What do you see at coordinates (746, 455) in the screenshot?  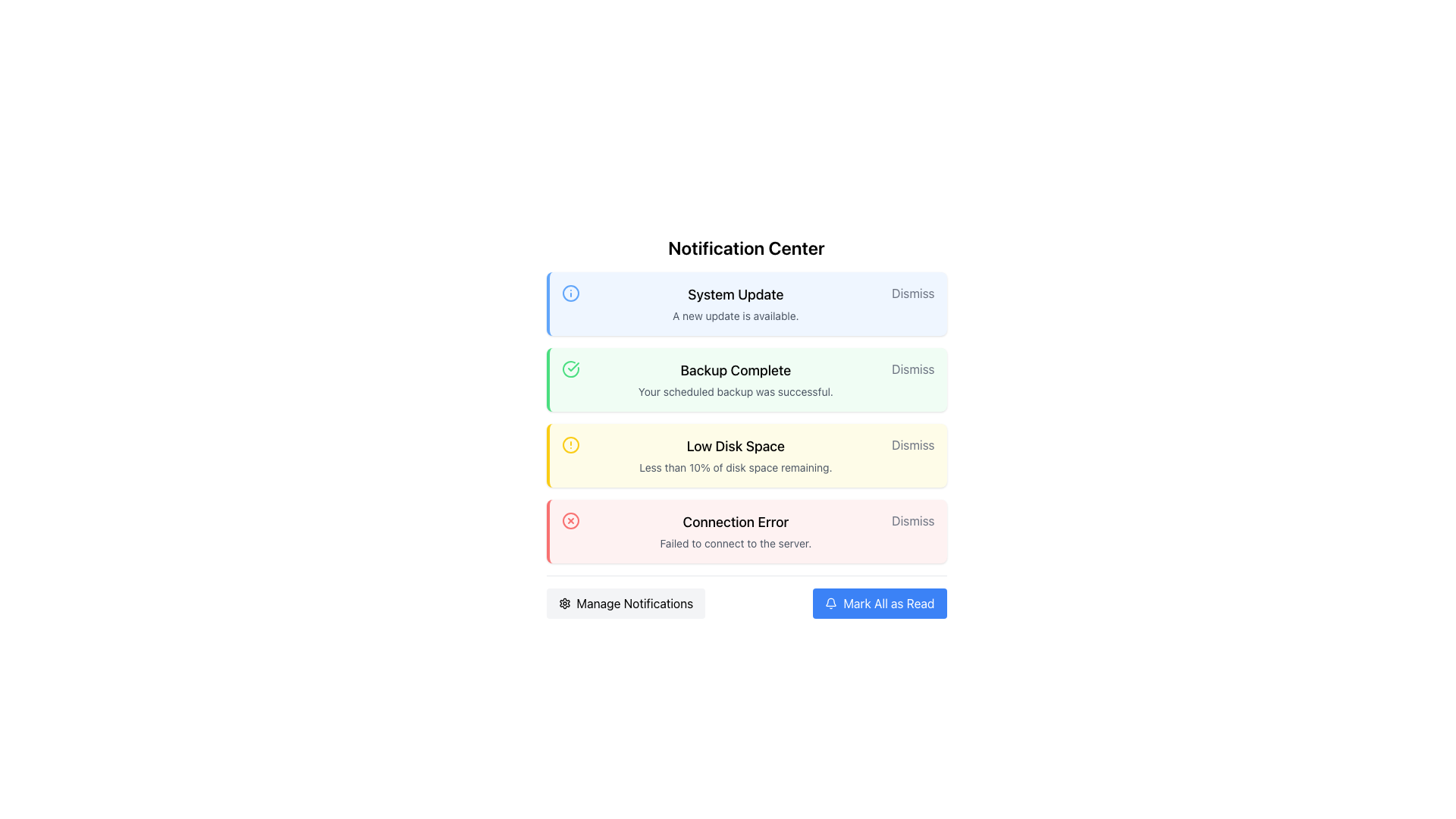 I see `message displayed in the notification box titled 'Low Disk Space', which indicates that less than 10% of disk space is remaining` at bounding box center [746, 455].